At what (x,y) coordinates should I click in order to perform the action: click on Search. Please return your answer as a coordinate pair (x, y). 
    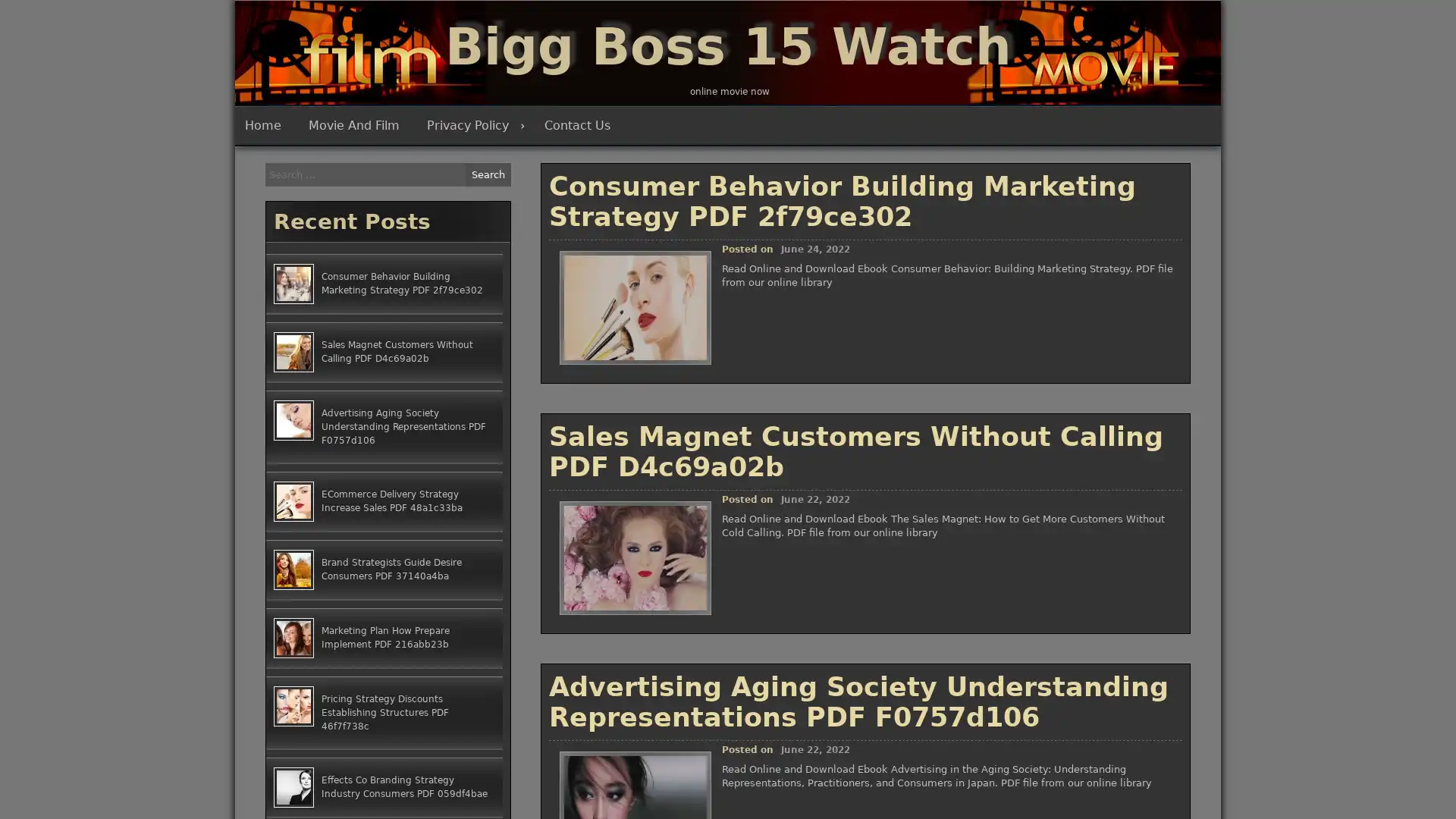
    Looking at the image, I should click on (488, 174).